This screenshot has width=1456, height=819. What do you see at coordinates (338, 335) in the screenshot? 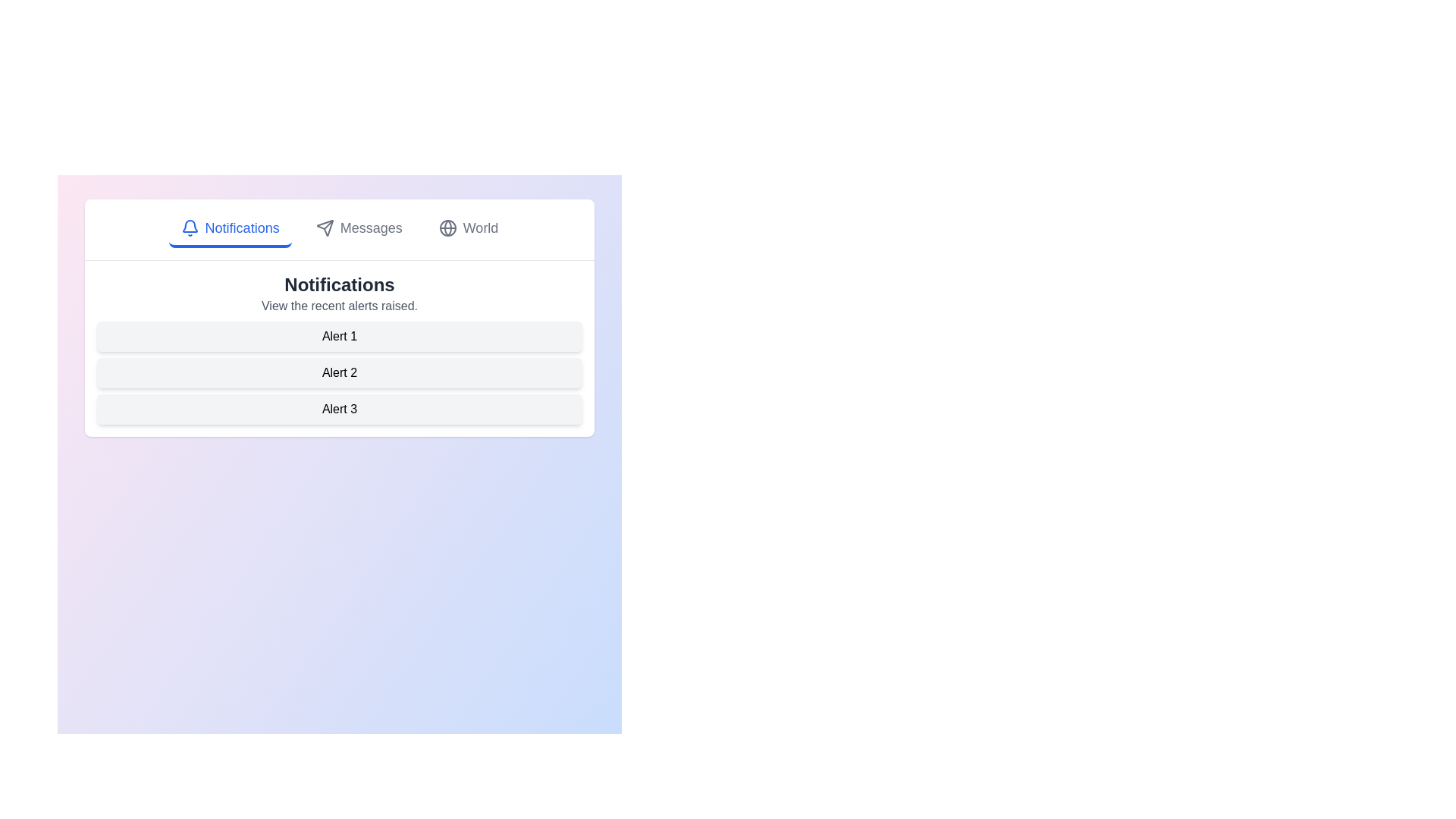
I see `the item Alert 1 from the list` at bounding box center [338, 335].